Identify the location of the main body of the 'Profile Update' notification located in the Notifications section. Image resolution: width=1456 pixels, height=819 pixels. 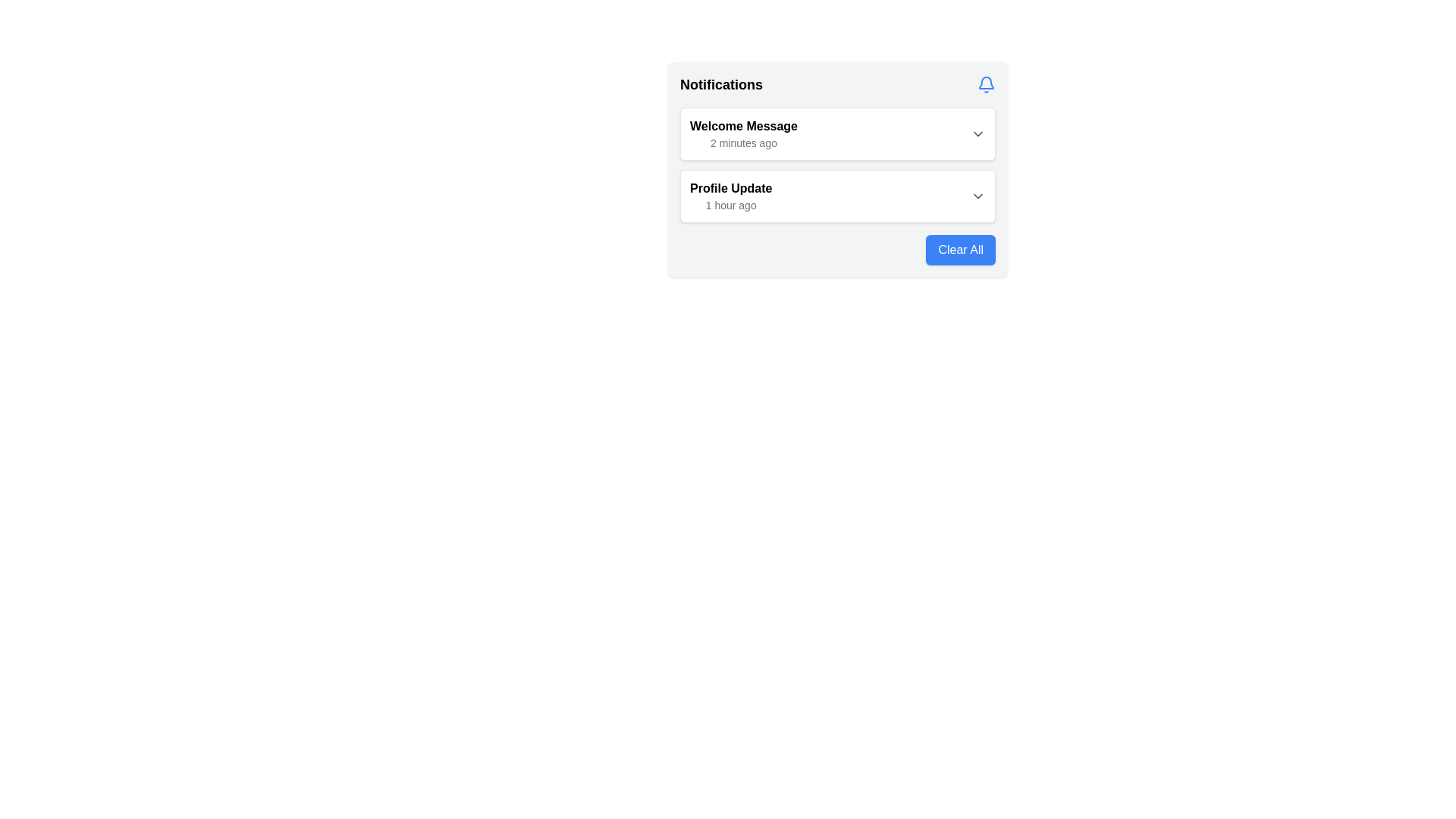
(836, 195).